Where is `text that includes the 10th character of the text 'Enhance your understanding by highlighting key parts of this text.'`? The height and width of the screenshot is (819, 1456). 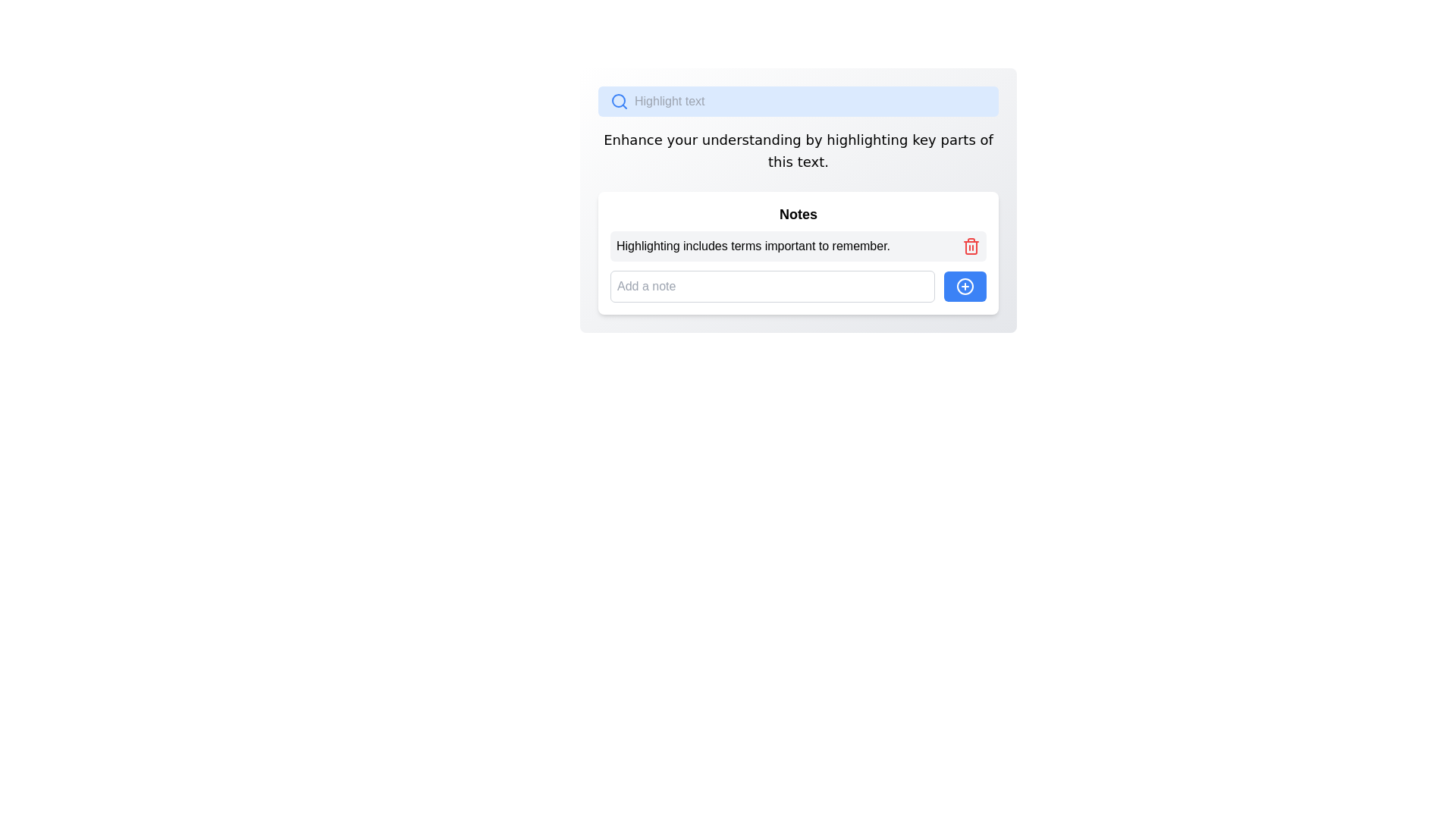 text that includes the 10th character of the text 'Enhance your understanding by highlighting key parts of this text.' is located at coordinates (650, 140).